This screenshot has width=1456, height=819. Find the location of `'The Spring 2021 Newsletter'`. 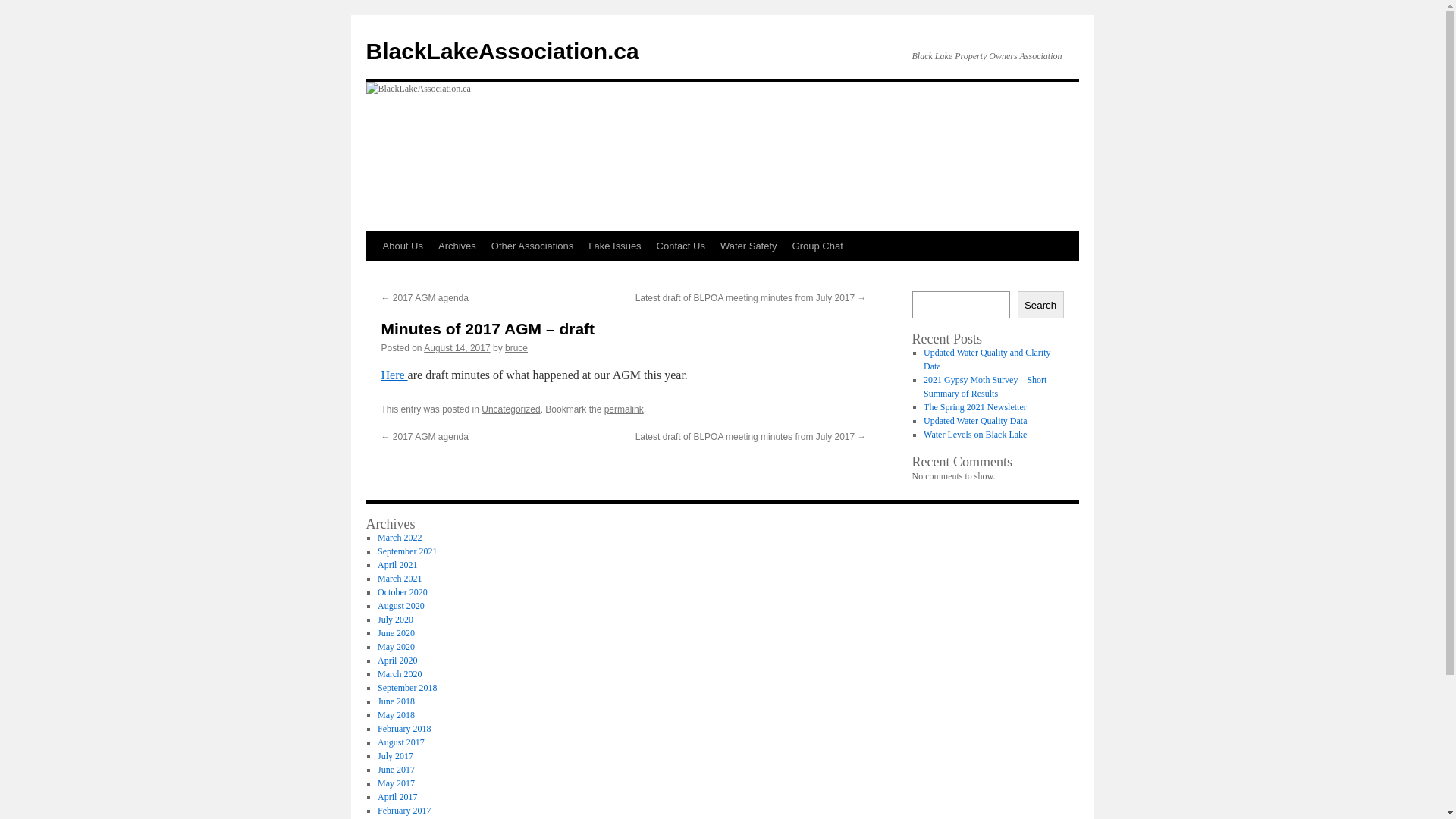

'The Spring 2021 Newsletter' is located at coordinates (923, 406).